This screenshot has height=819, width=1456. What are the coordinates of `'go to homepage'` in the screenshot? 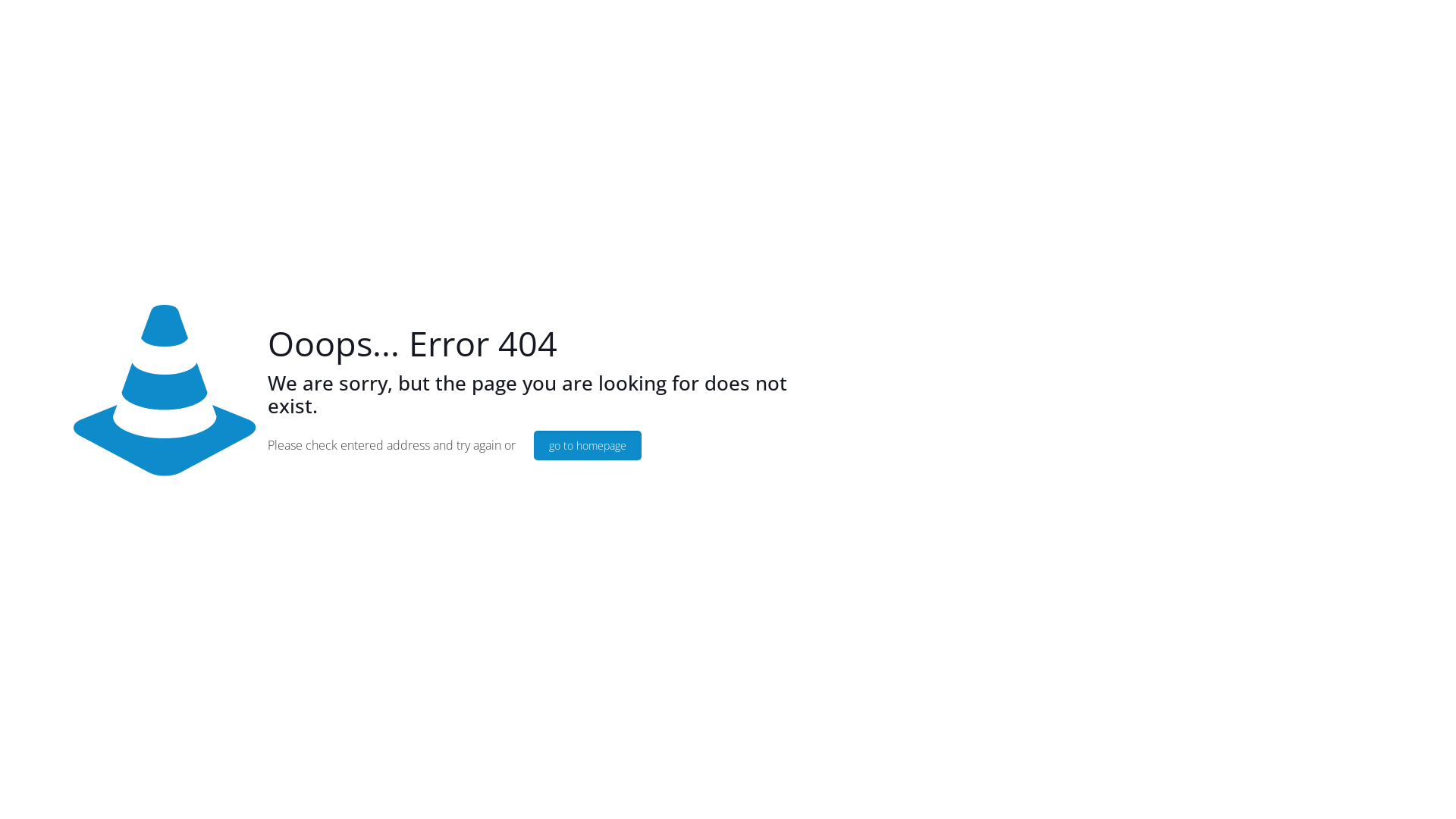 It's located at (586, 444).